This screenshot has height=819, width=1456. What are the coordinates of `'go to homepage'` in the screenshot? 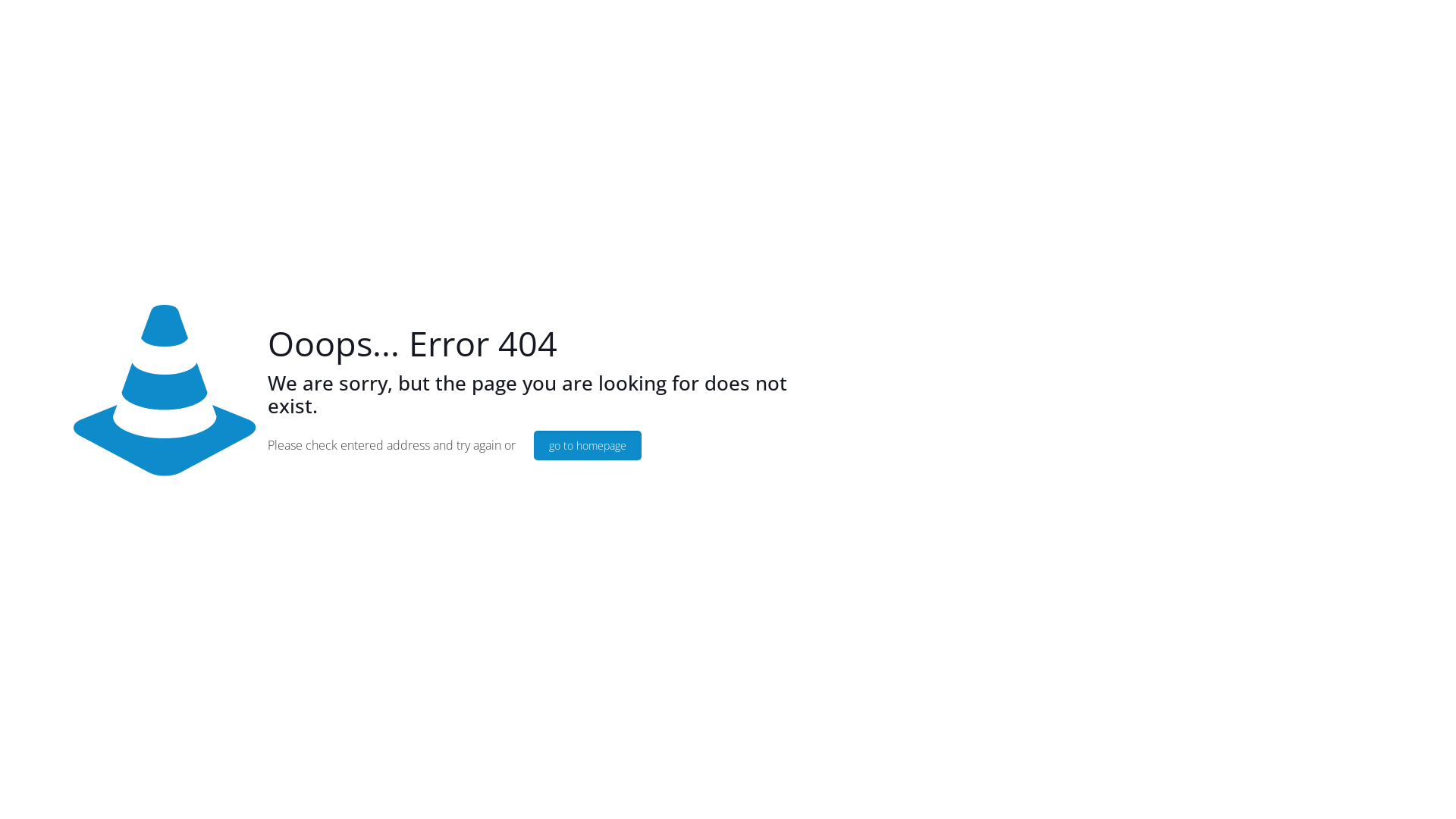 It's located at (586, 444).